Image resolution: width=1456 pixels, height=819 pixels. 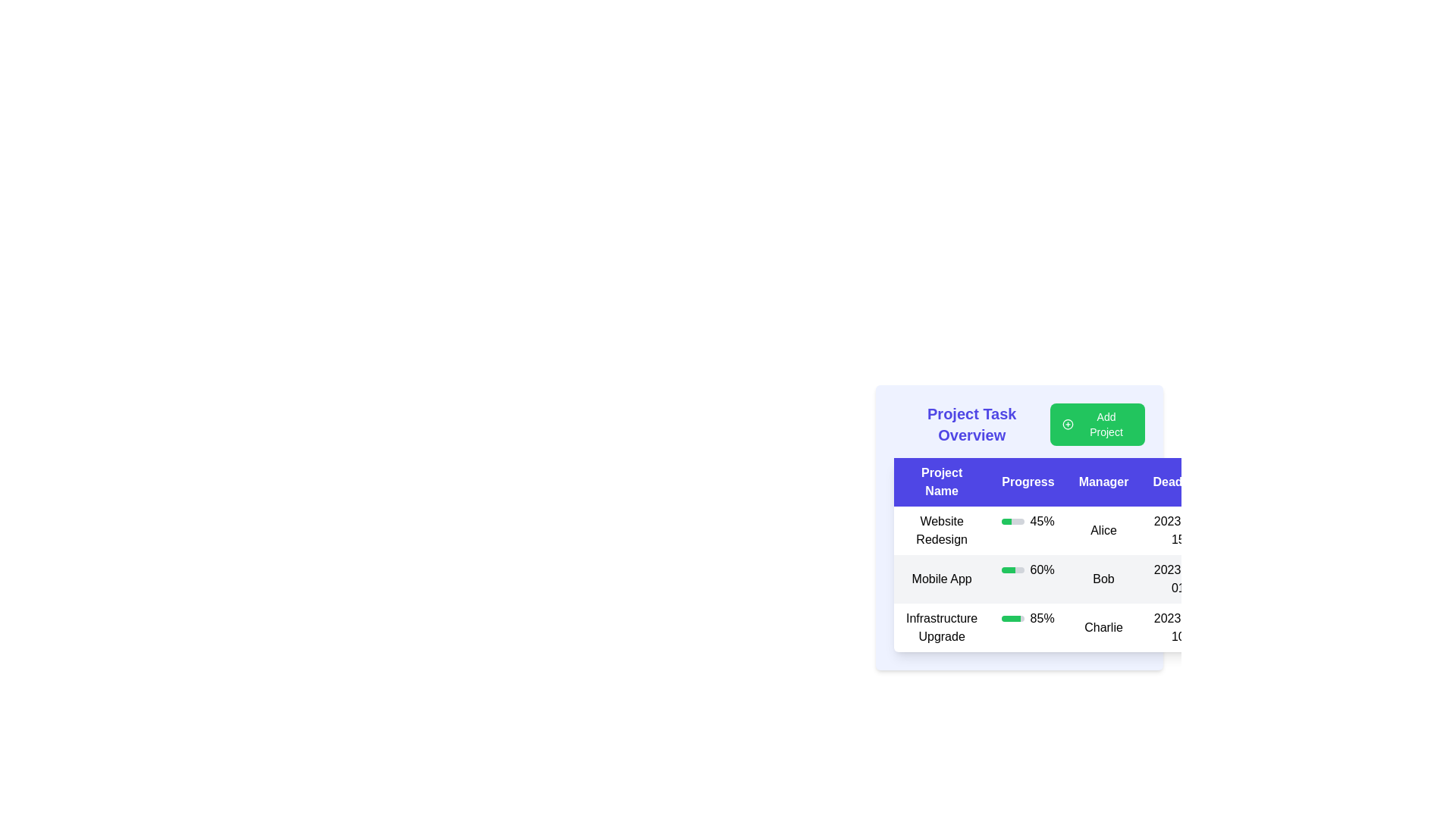 I want to click on the third column header in the Project Task Overview table, which indicates the manager associated with each project, located between the 'Progress' and 'Deadline' headers, so click(x=1103, y=482).